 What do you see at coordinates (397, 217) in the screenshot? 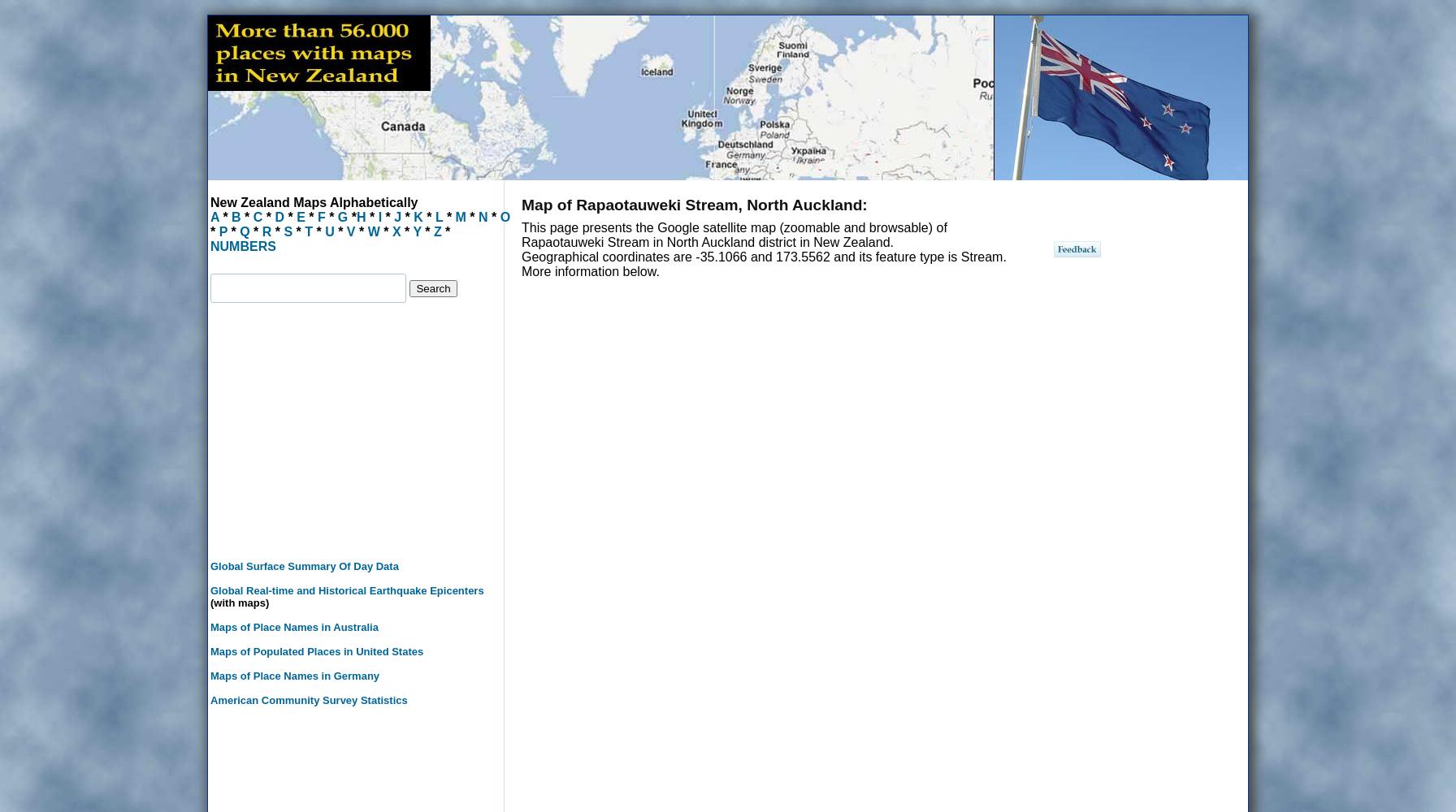
I see `'J'` at bounding box center [397, 217].